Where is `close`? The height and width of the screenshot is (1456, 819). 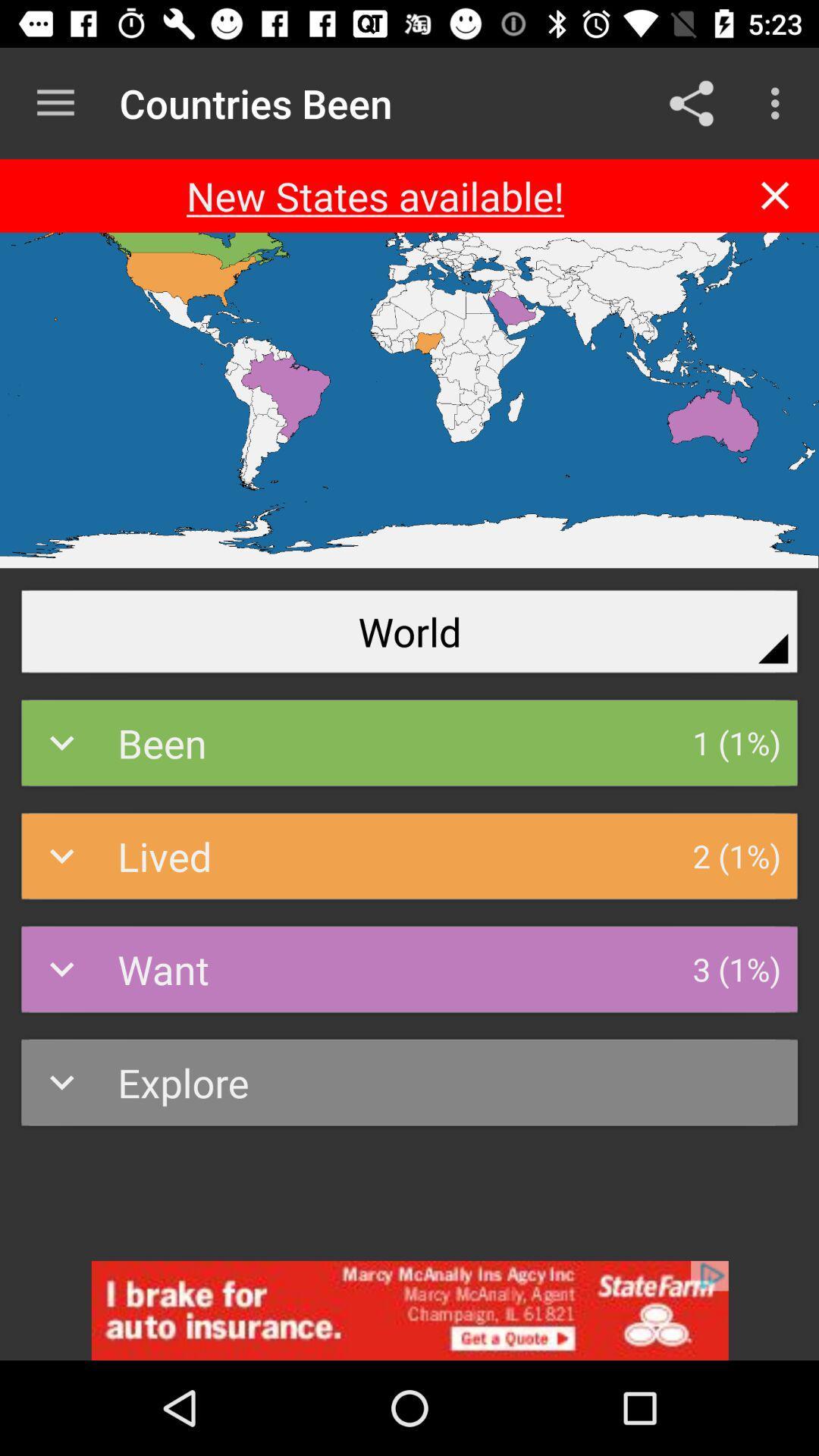
close is located at coordinates (775, 195).